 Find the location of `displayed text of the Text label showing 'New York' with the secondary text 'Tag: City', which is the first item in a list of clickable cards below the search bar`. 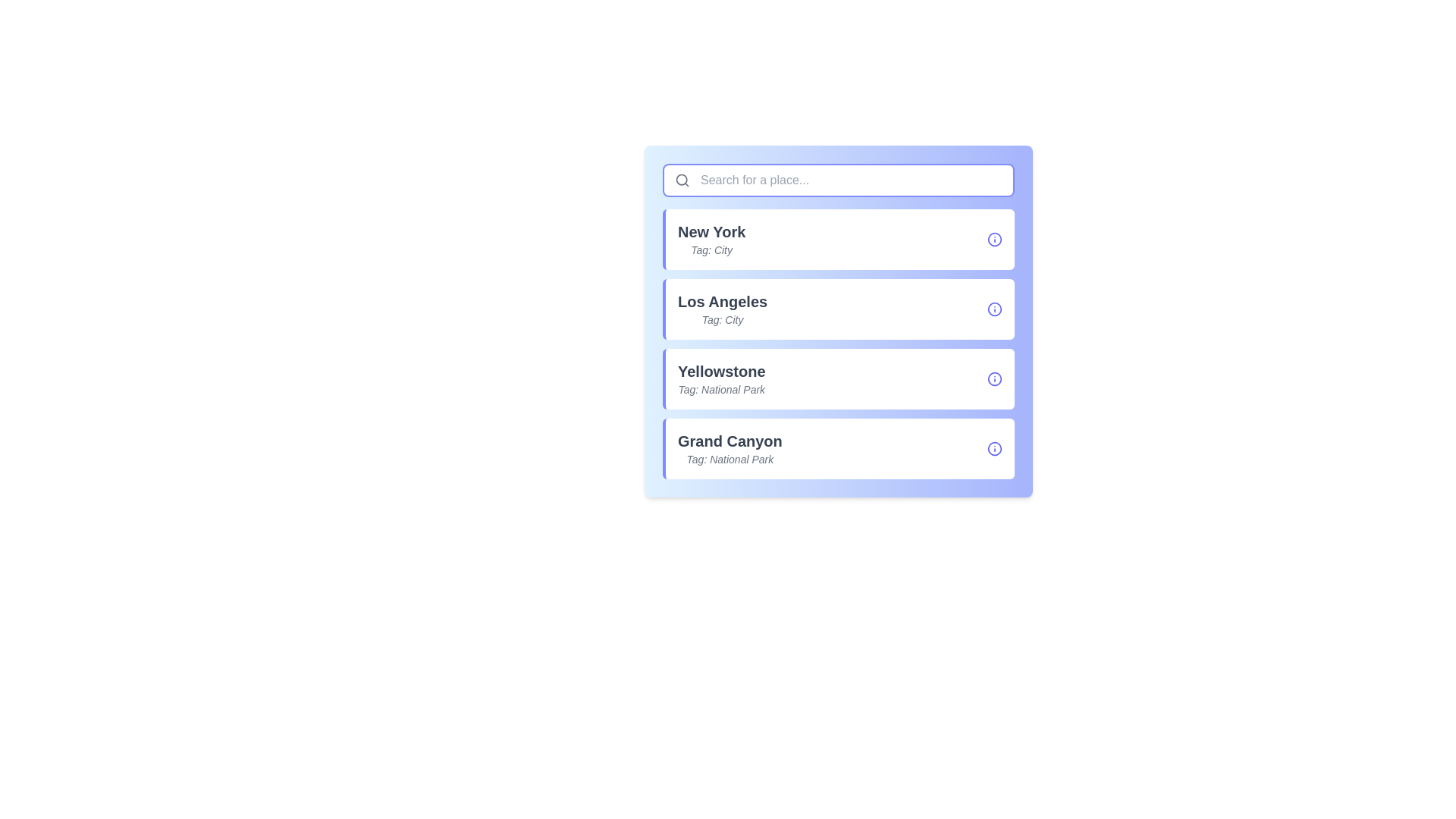

displayed text of the Text label showing 'New York' with the secondary text 'Tag: City', which is the first item in a list of clickable cards below the search bar is located at coordinates (711, 239).